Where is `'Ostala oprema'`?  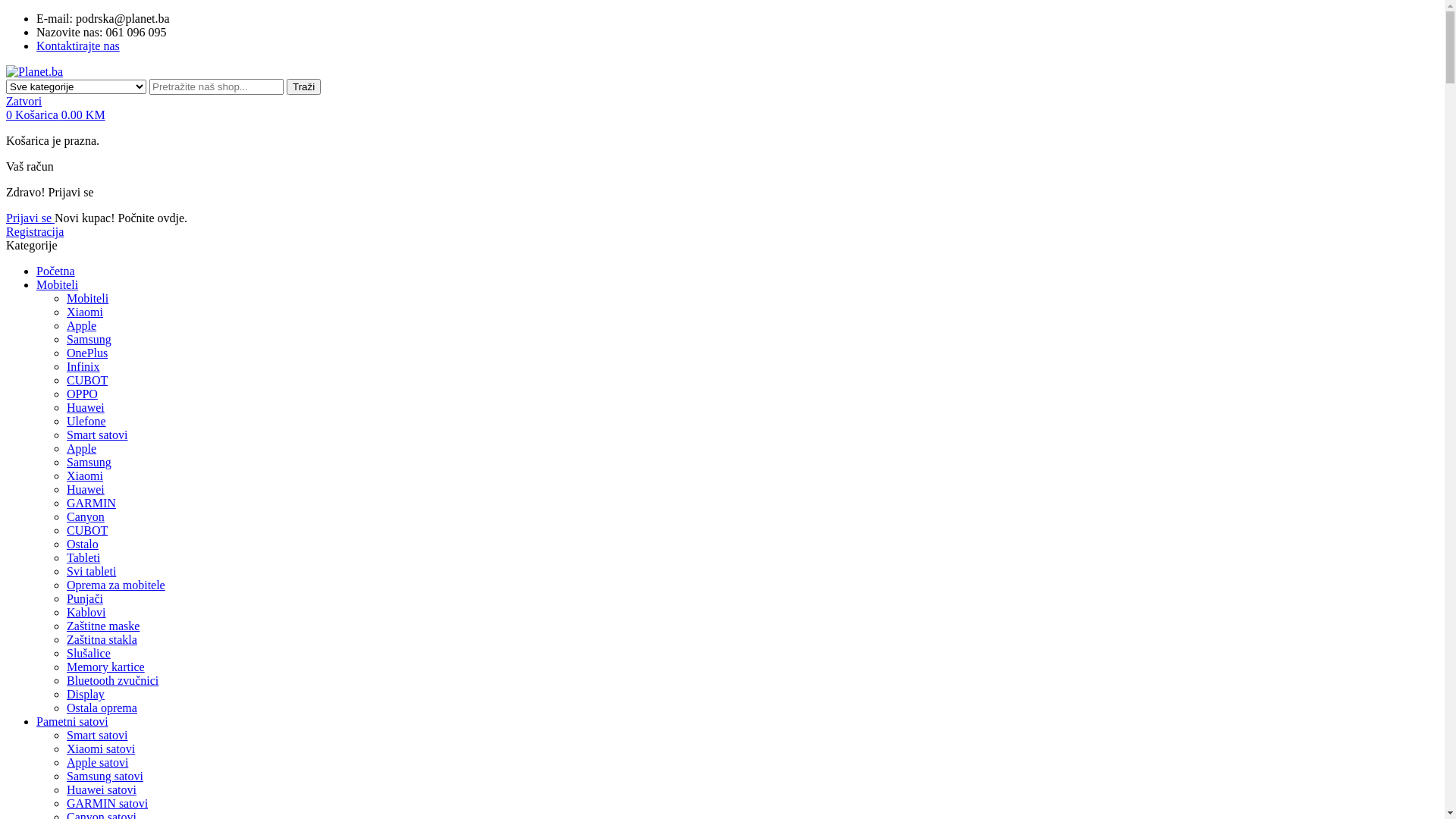
'Ostala oprema' is located at coordinates (101, 708).